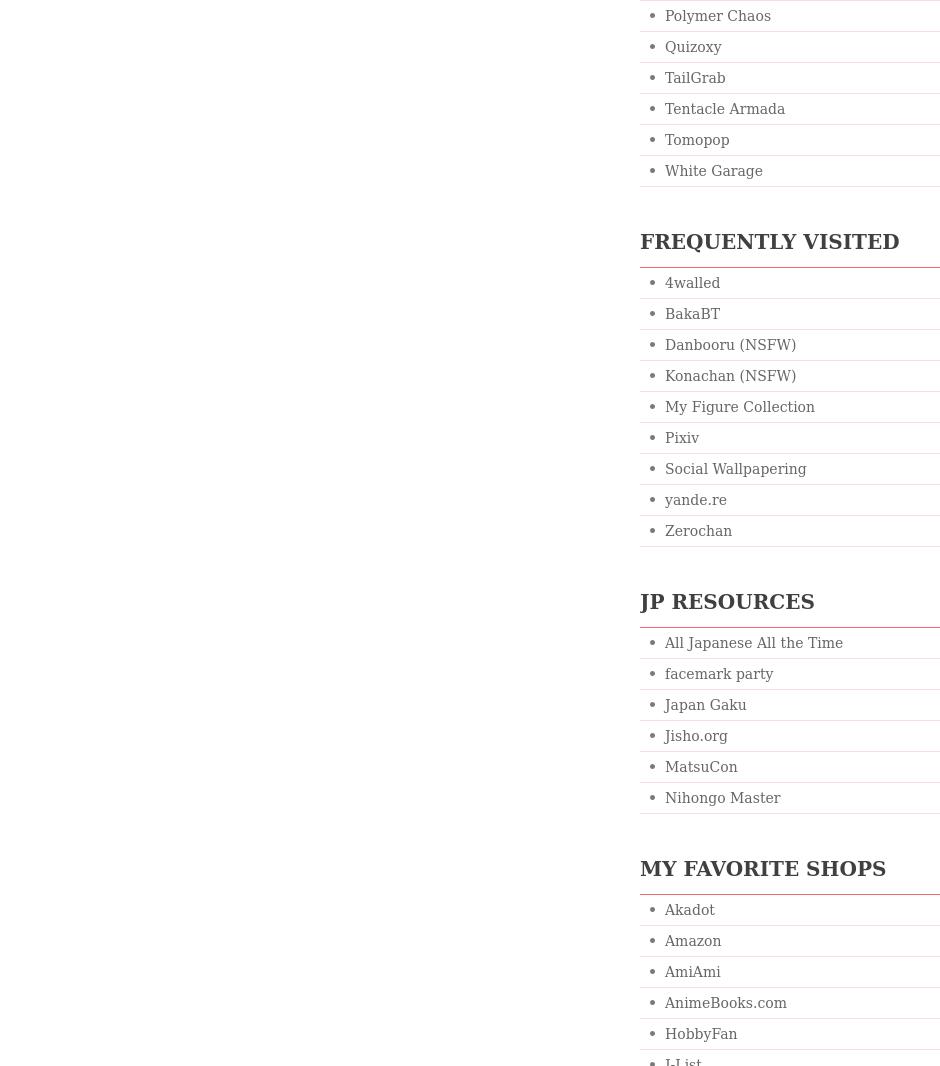 The image size is (940, 1066). I want to click on 'Frequently Visited', so click(768, 240).